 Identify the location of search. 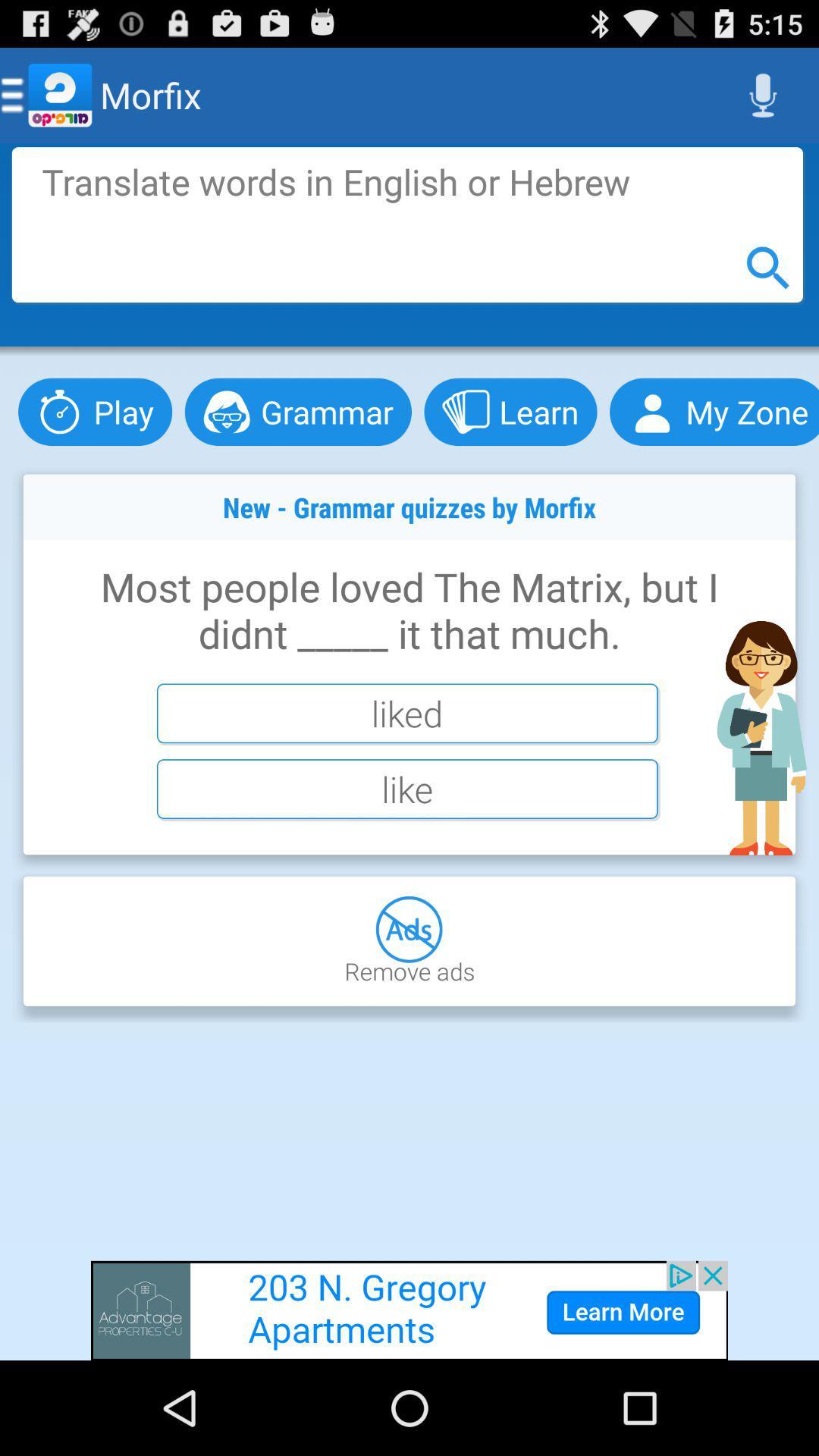
(406, 224).